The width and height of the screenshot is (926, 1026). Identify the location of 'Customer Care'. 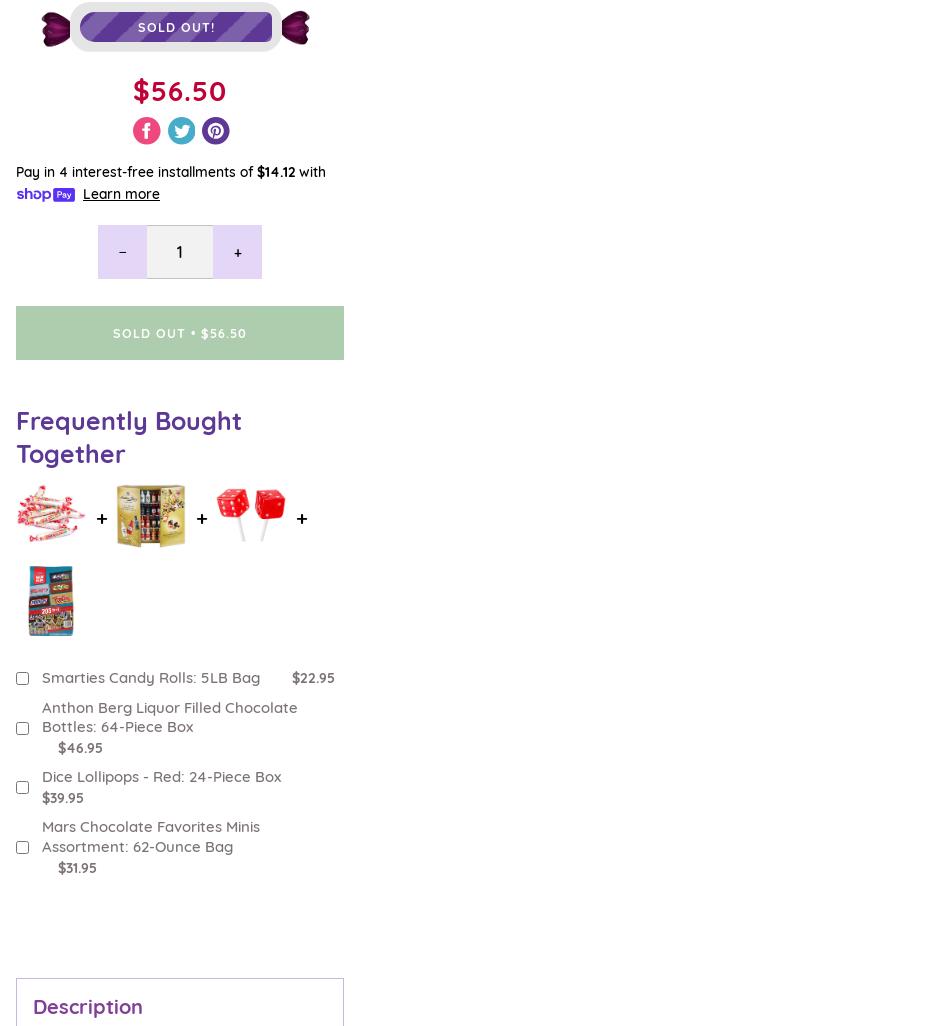
(15, 999).